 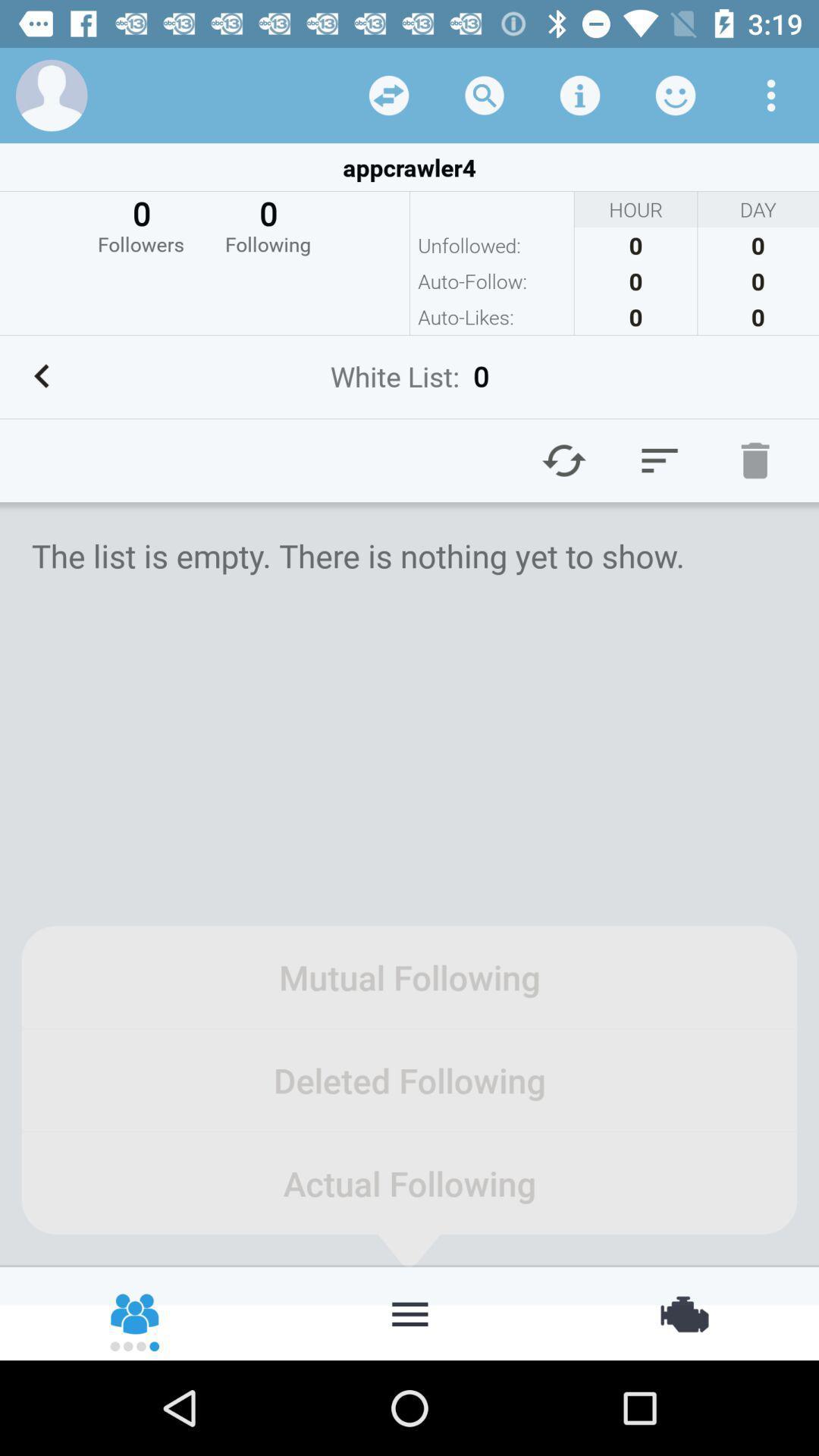 What do you see at coordinates (485, 94) in the screenshot?
I see `search` at bounding box center [485, 94].